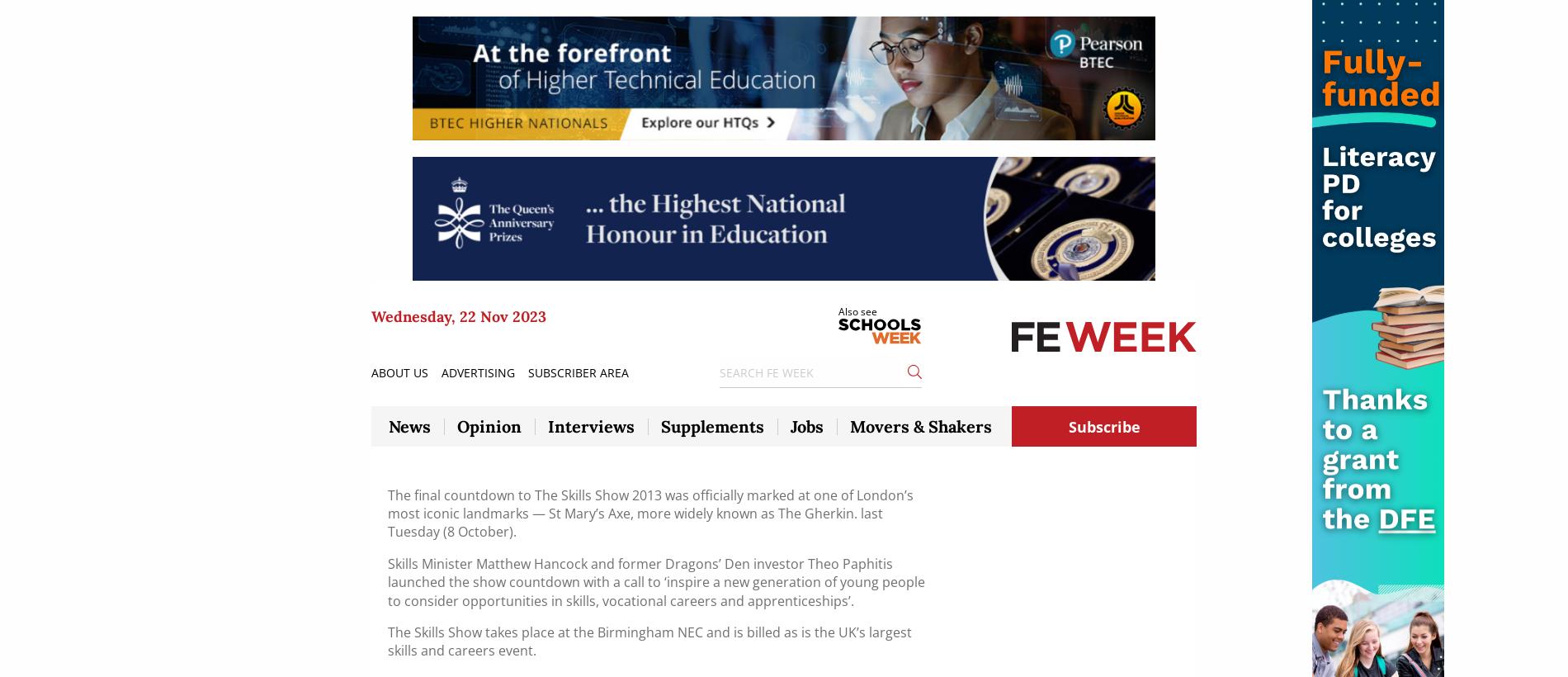  I want to click on 'Skills Minister Matthew Hancock and former Dragons’ Den investor Theo Paphitis launched the show countdown with a call to ‘inspire a new generation of young people to consider opportunities in skills, vocational careers and apprenticeships’.', so click(655, 581).